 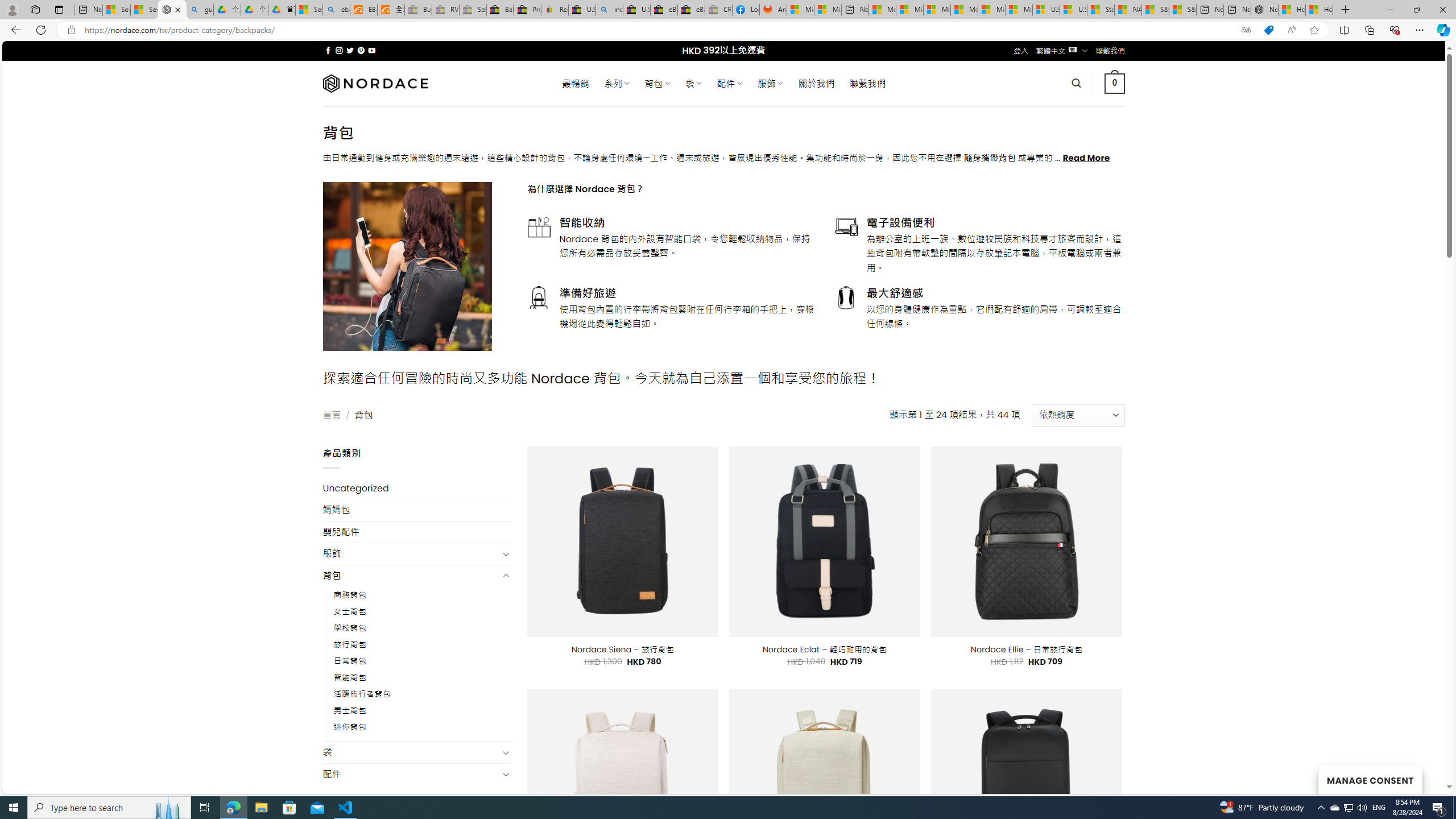 What do you see at coordinates (528, 9) in the screenshot?
I see `'Press Room - eBay Inc.'` at bounding box center [528, 9].